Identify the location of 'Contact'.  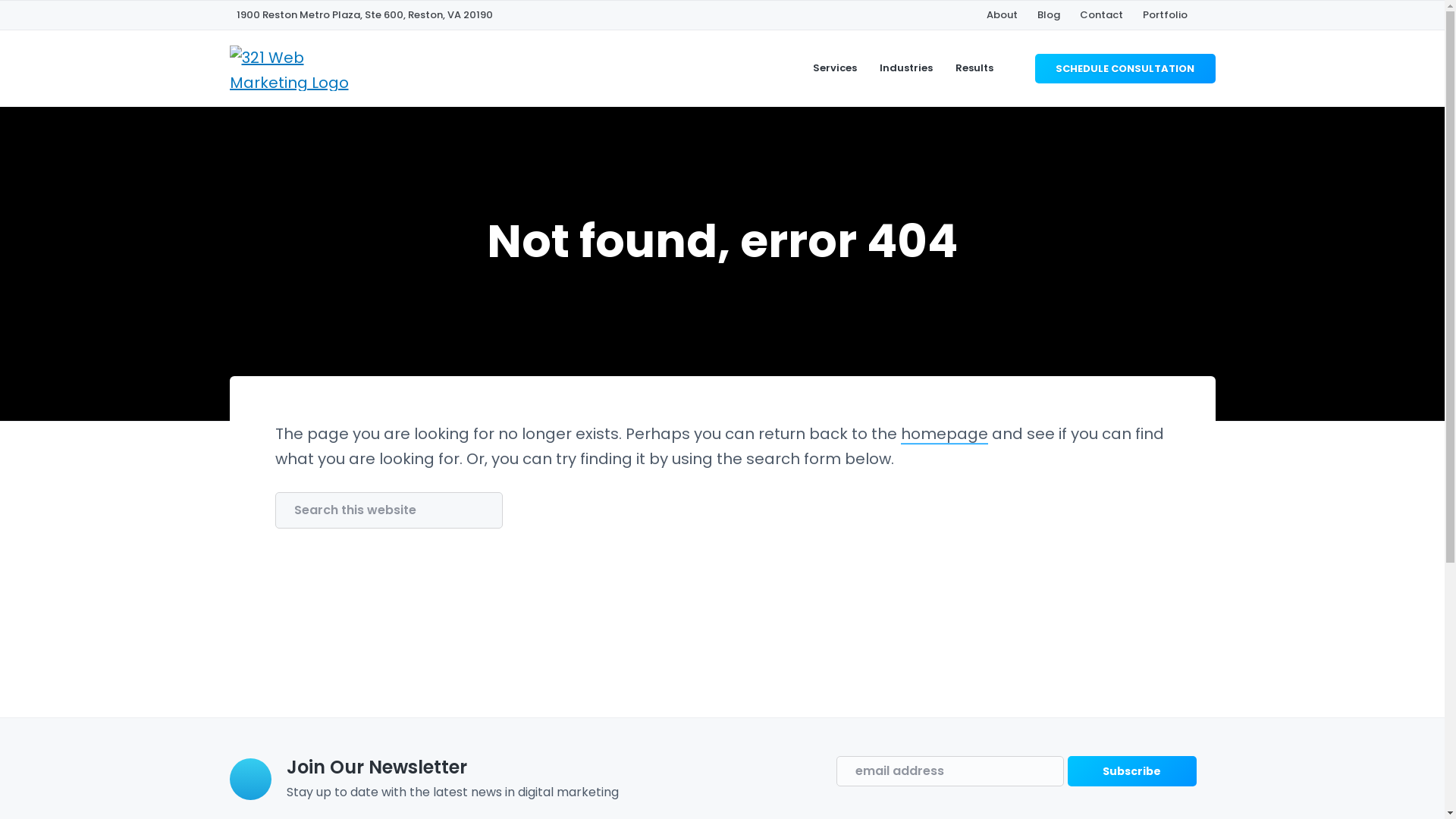
(1101, 14).